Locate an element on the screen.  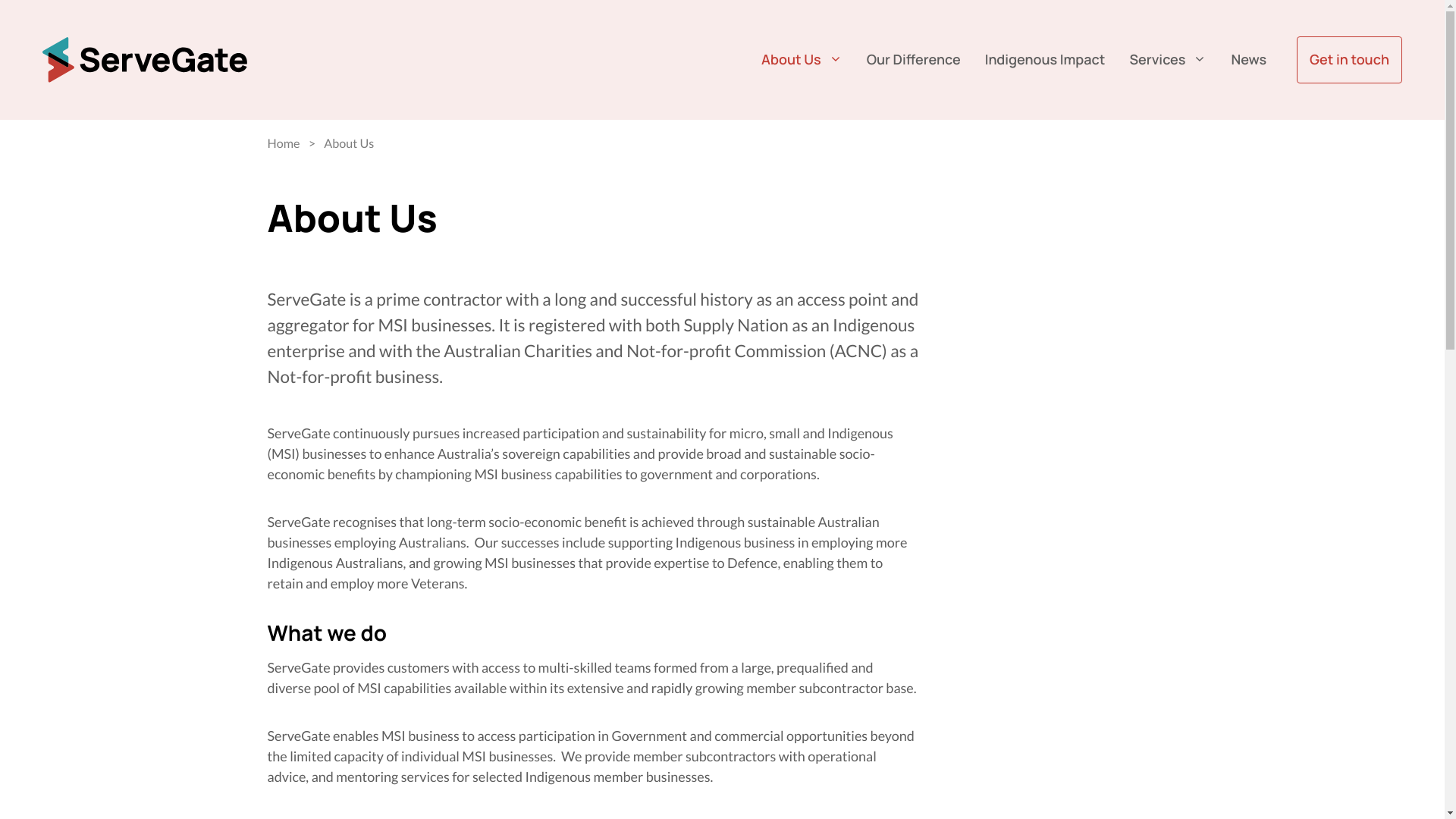
'Get in touch' is located at coordinates (1349, 58).